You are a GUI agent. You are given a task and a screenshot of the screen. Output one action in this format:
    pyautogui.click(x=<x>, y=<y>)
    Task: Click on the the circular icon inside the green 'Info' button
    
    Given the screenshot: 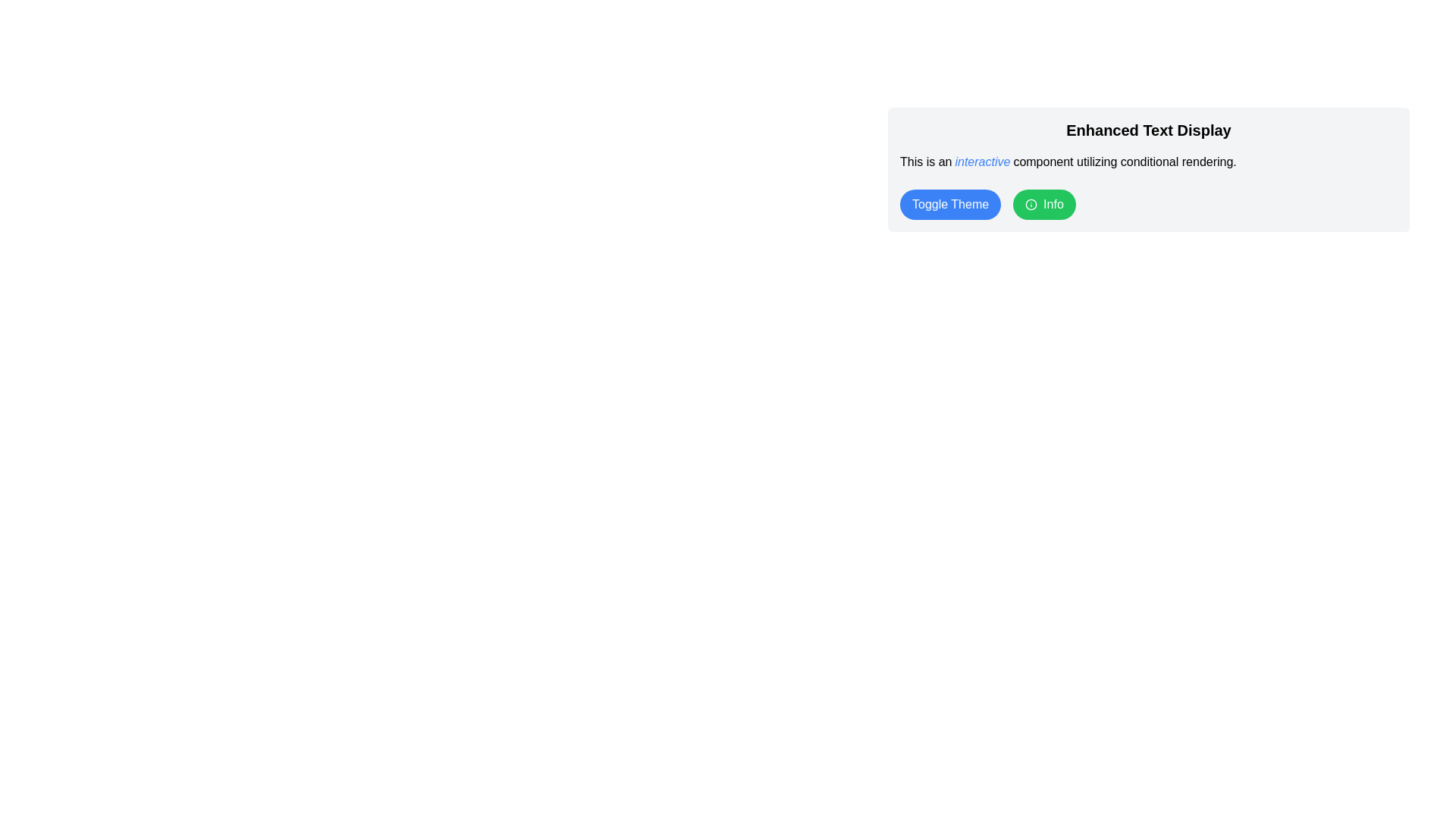 What is the action you would take?
    pyautogui.click(x=1031, y=205)
    